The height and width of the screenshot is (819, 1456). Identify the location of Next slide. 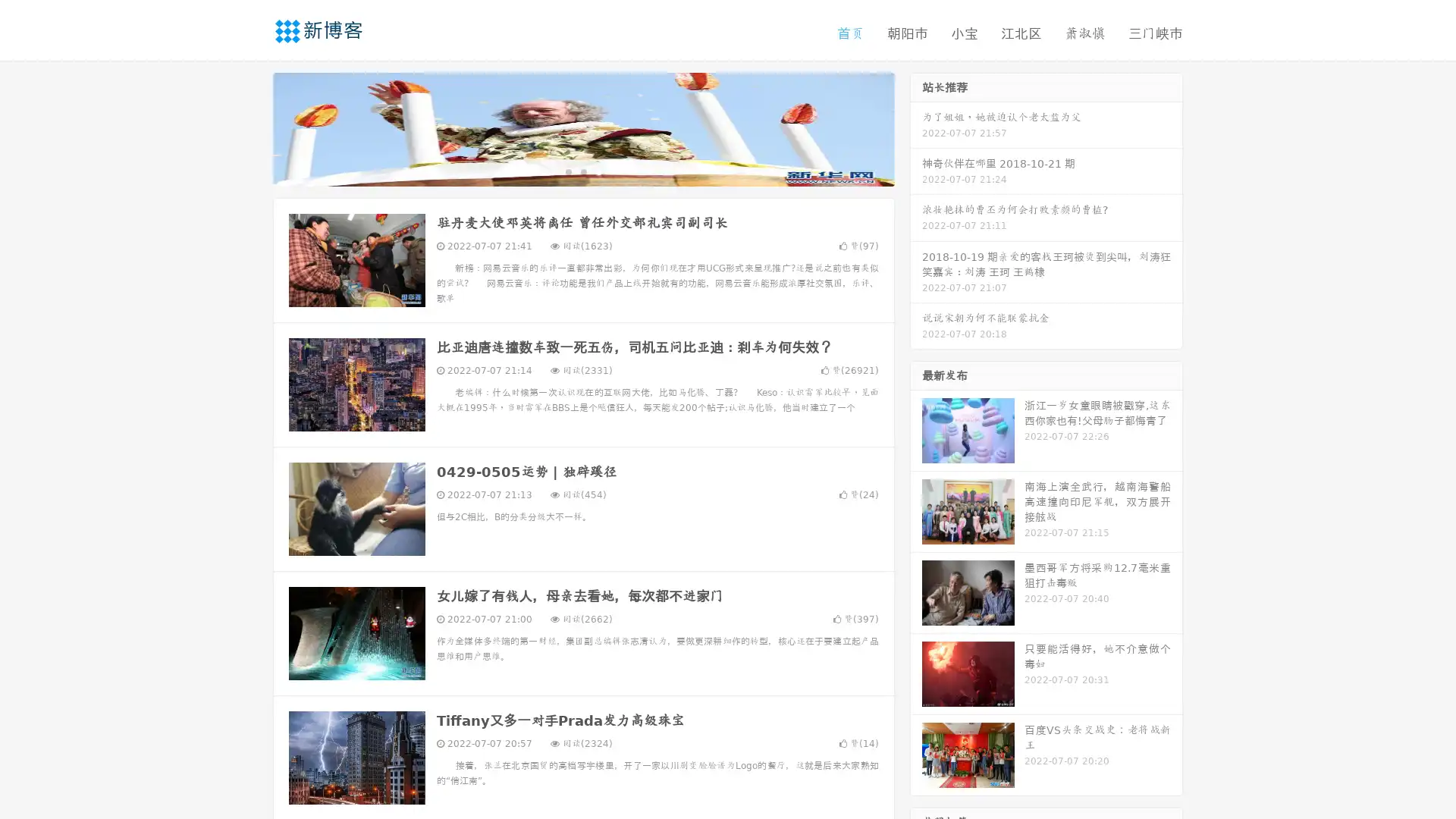
(916, 127).